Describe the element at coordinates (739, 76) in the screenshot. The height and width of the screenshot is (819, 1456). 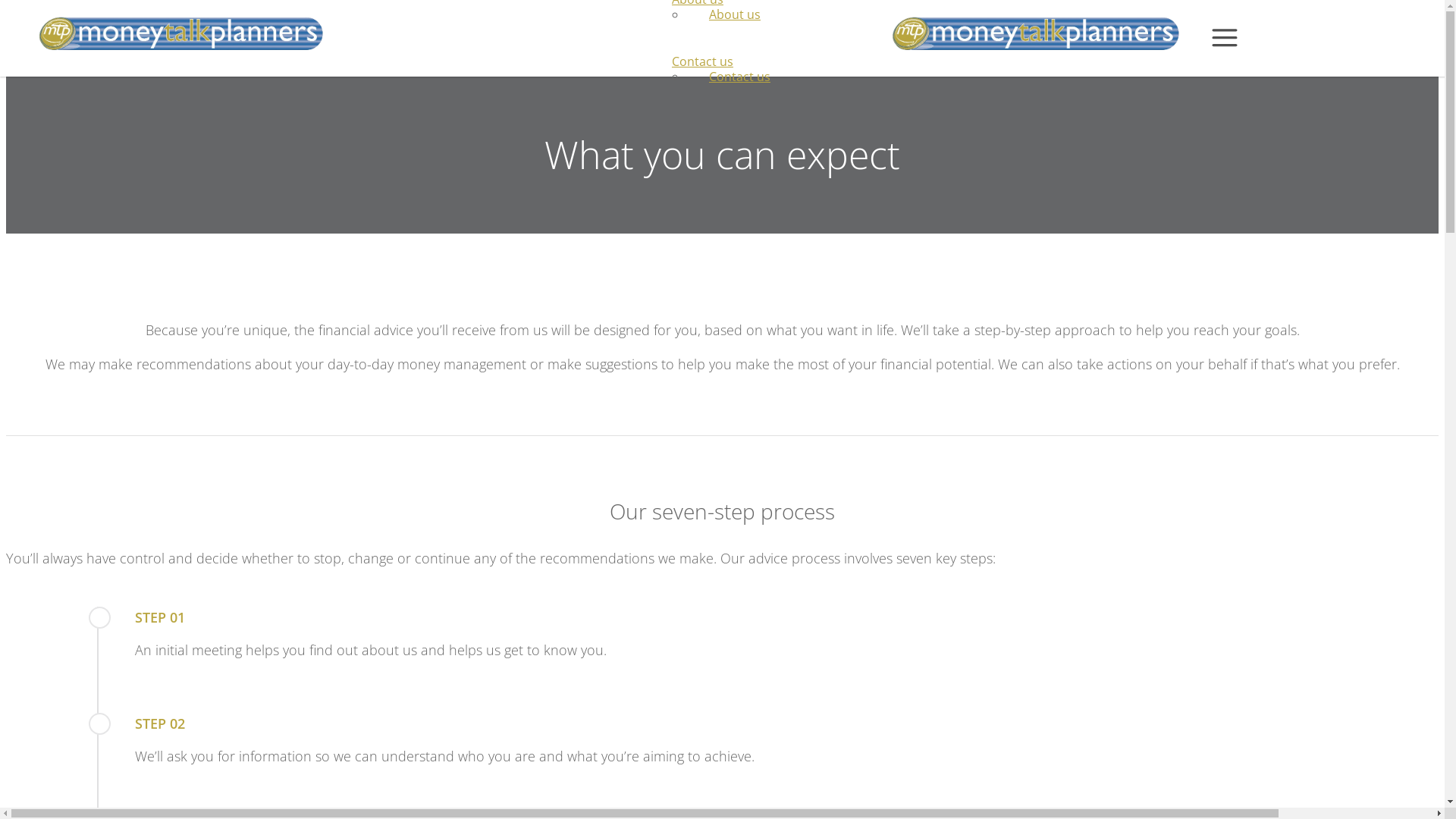
I see `'Contact us'` at that location.